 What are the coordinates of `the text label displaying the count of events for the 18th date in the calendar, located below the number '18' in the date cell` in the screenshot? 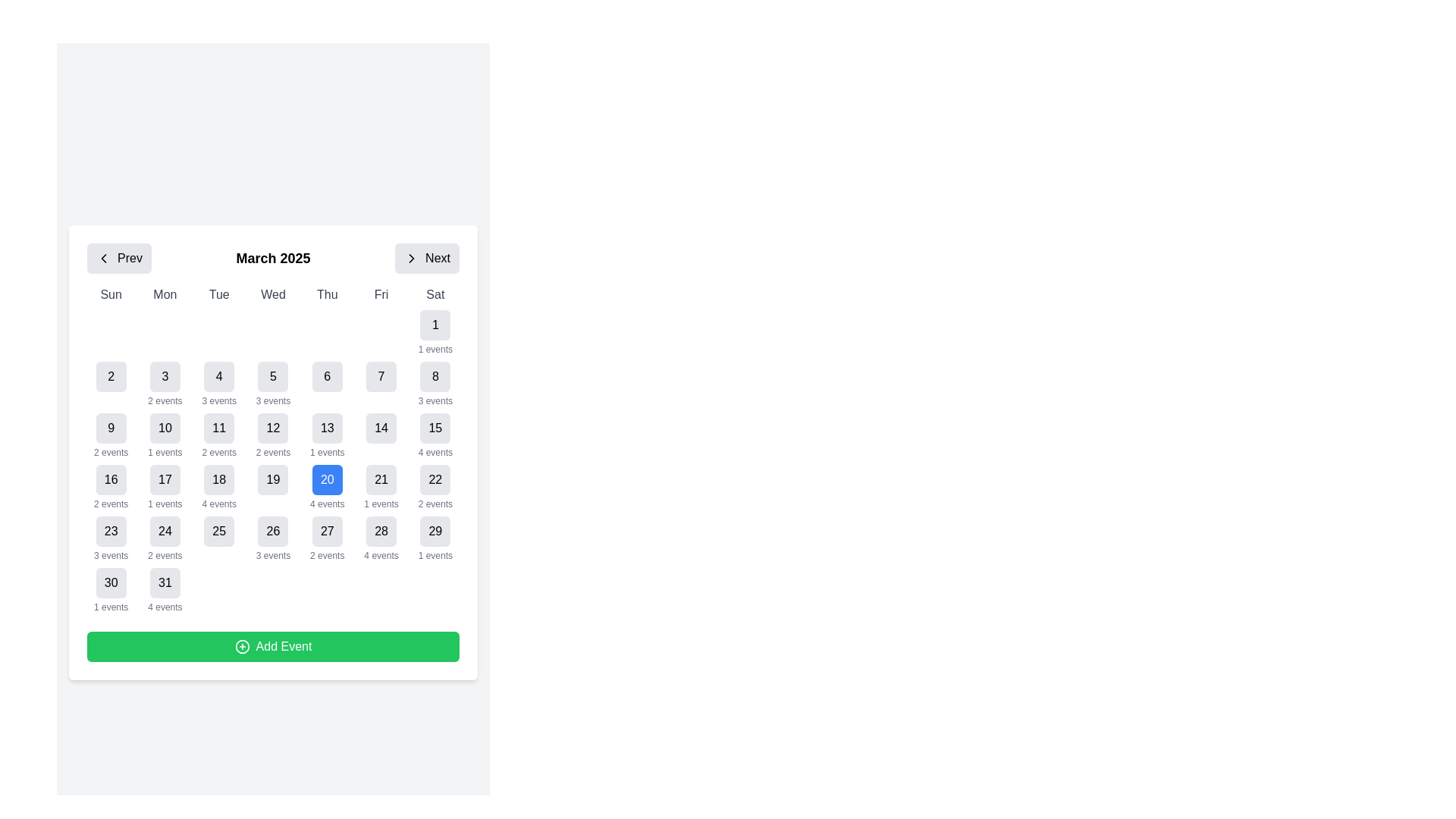 It's located at (218, 504).